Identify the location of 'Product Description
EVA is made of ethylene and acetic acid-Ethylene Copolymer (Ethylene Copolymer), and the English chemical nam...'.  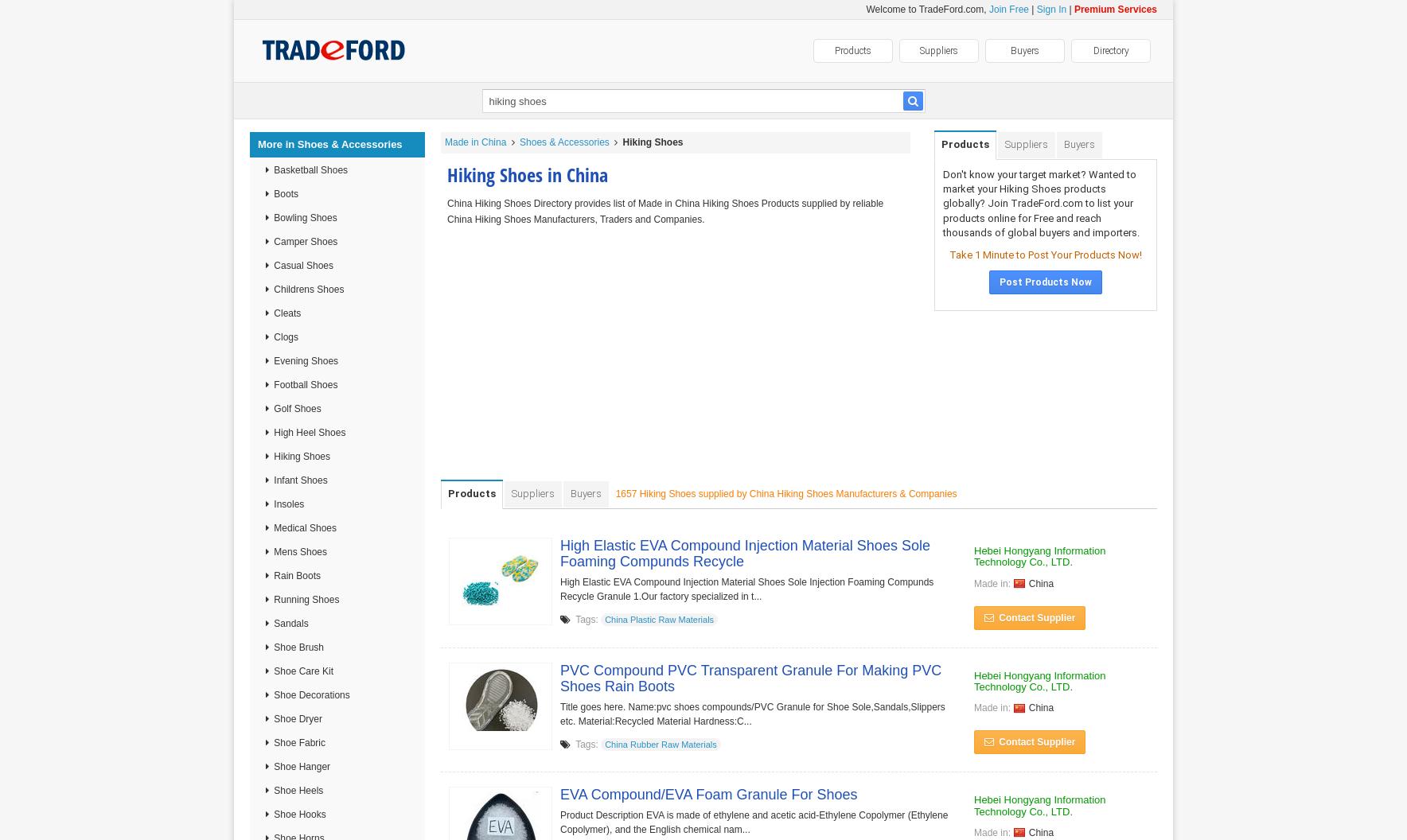
(753, 822).